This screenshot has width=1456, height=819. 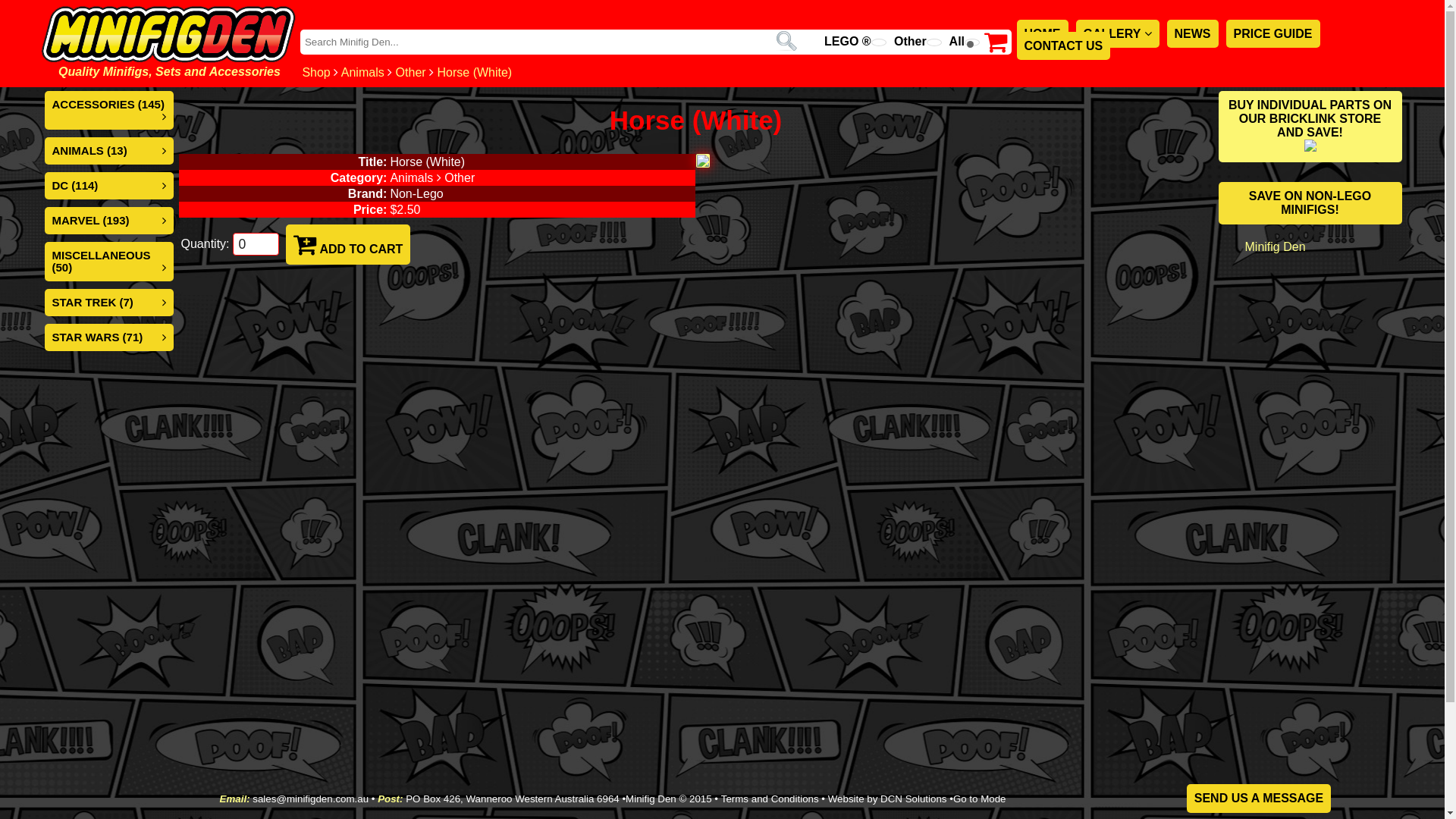 I want to click on 'HOME', so click(x=1040, y=33).